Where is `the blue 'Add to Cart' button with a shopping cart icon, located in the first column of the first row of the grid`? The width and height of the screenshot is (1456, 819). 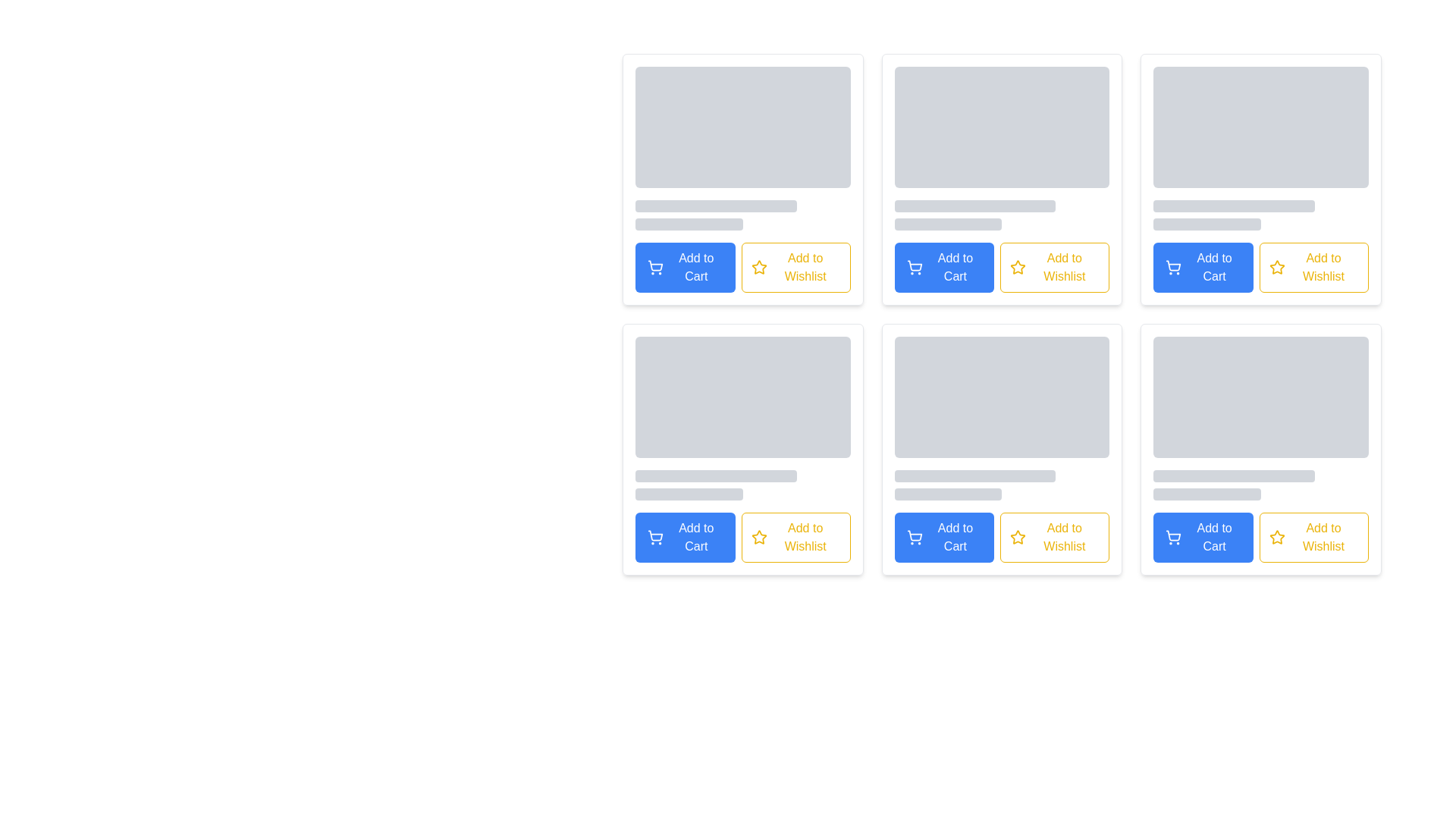
the blue 'Add to Cart' button with a shopping cart icon, located in the first column of the first row of the grid is located at coordinates (1203, 267).